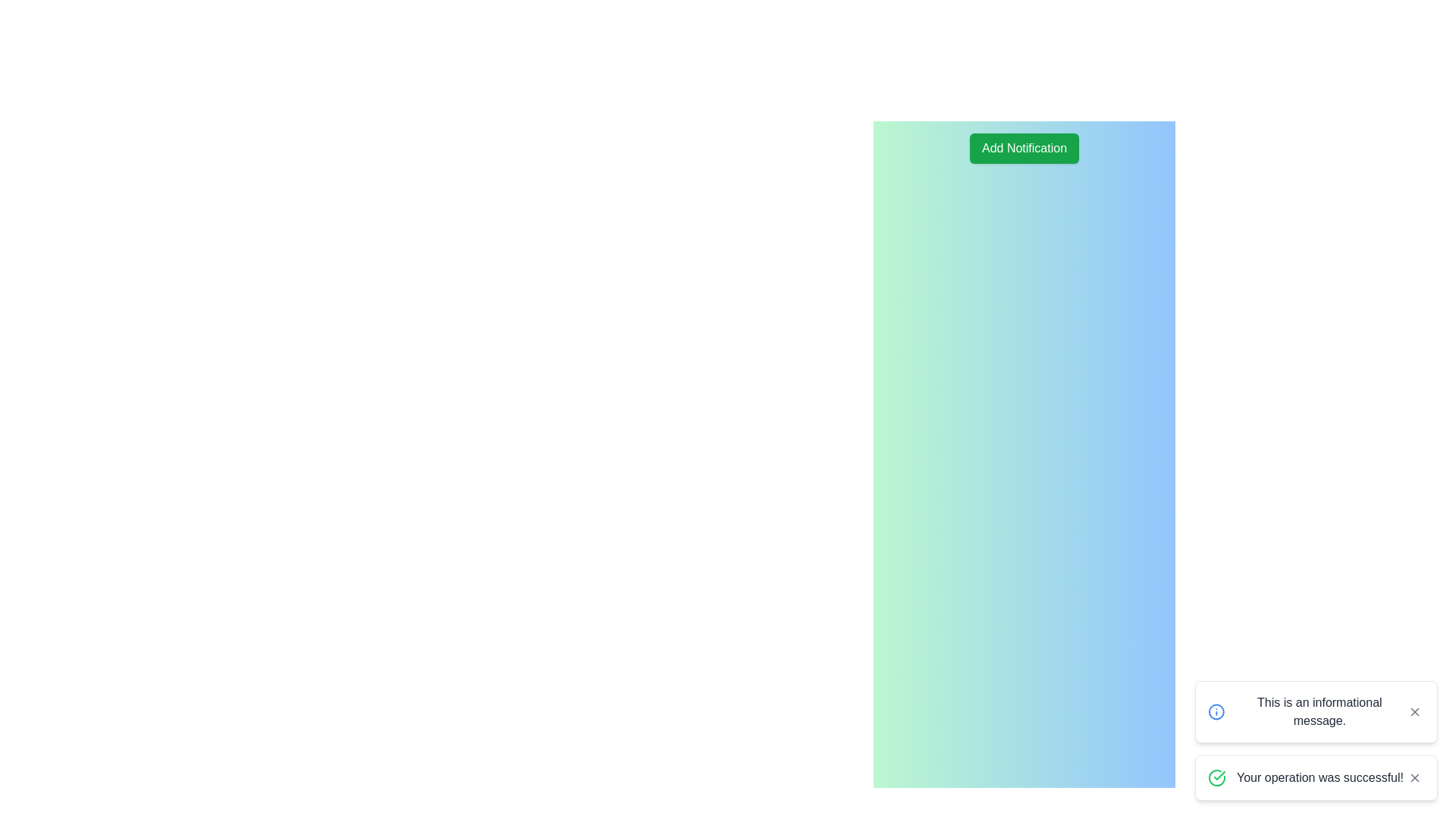 This screenshot has width=1456, height=819. Describe the element at coordinates (1316, 778) in the screenshot. I see `the notification card with rounded corners and a white background that contains a green check icon and the text 'Your operation was successful!', located at the bottom-right corner of the interface` at that location.